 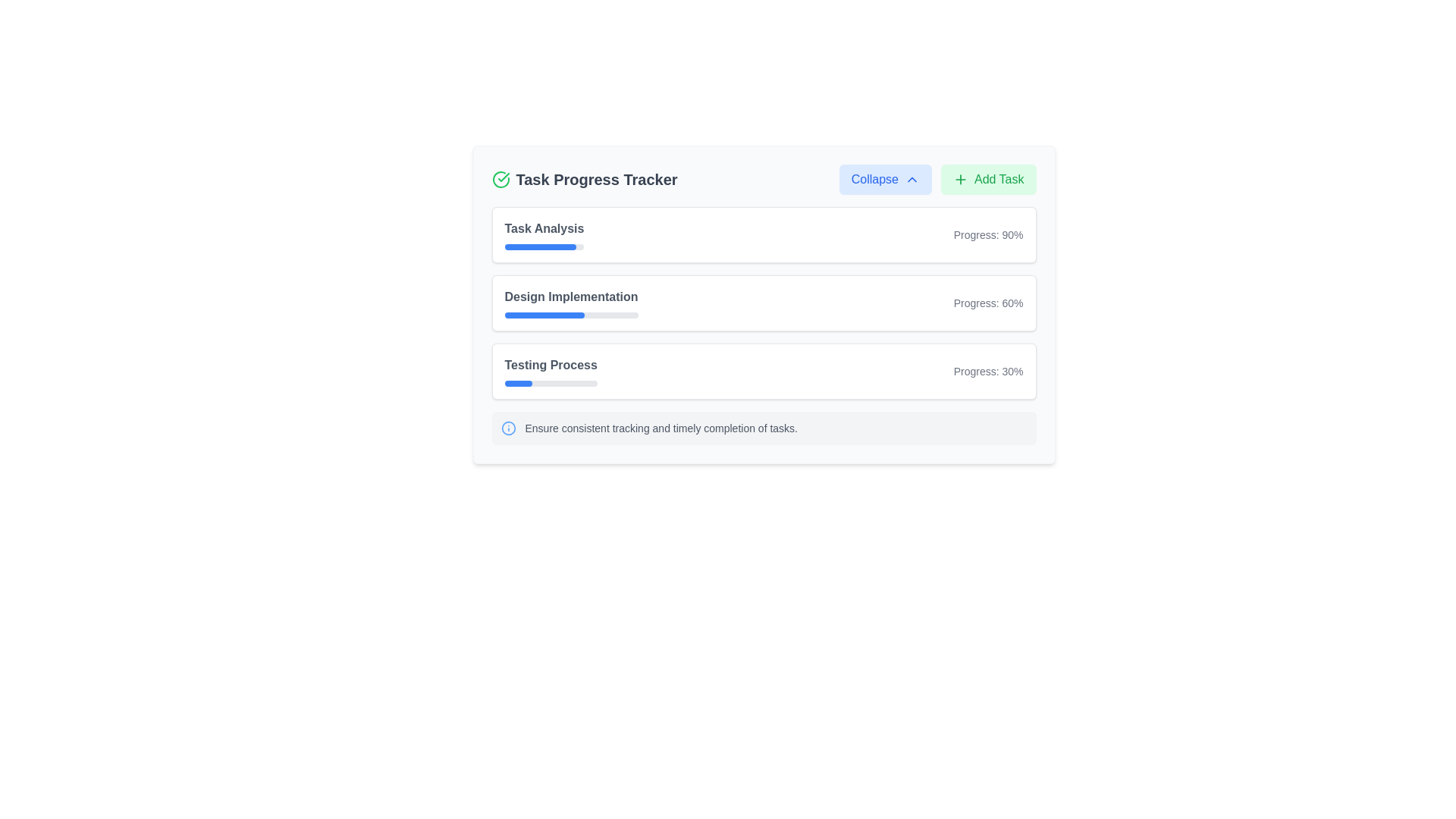 What do you see at coordinates (988, 303) in the screenshot?
I see `the text label displaying 'Progress: 60%' which is styled in light gray and positioned on the right side of the 'Design Implementation' card layout, above the progress bar` at bounding box center [988, 303].